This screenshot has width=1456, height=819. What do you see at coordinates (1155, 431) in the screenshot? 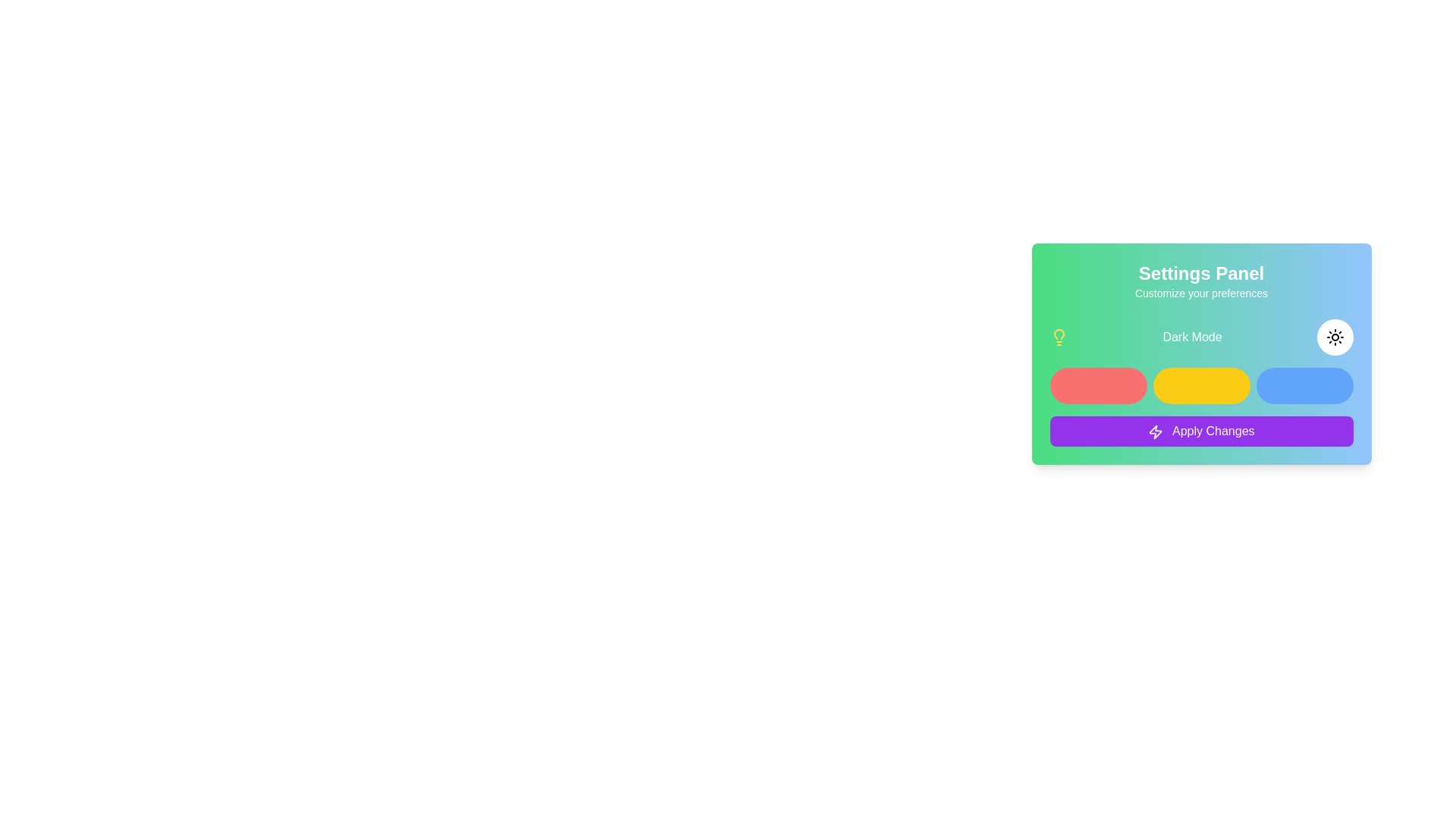
I see `the lightning bolt icon located within the 'Apply Changes' button at the bottom of the settings panel` at bounding box center [1155, 431].